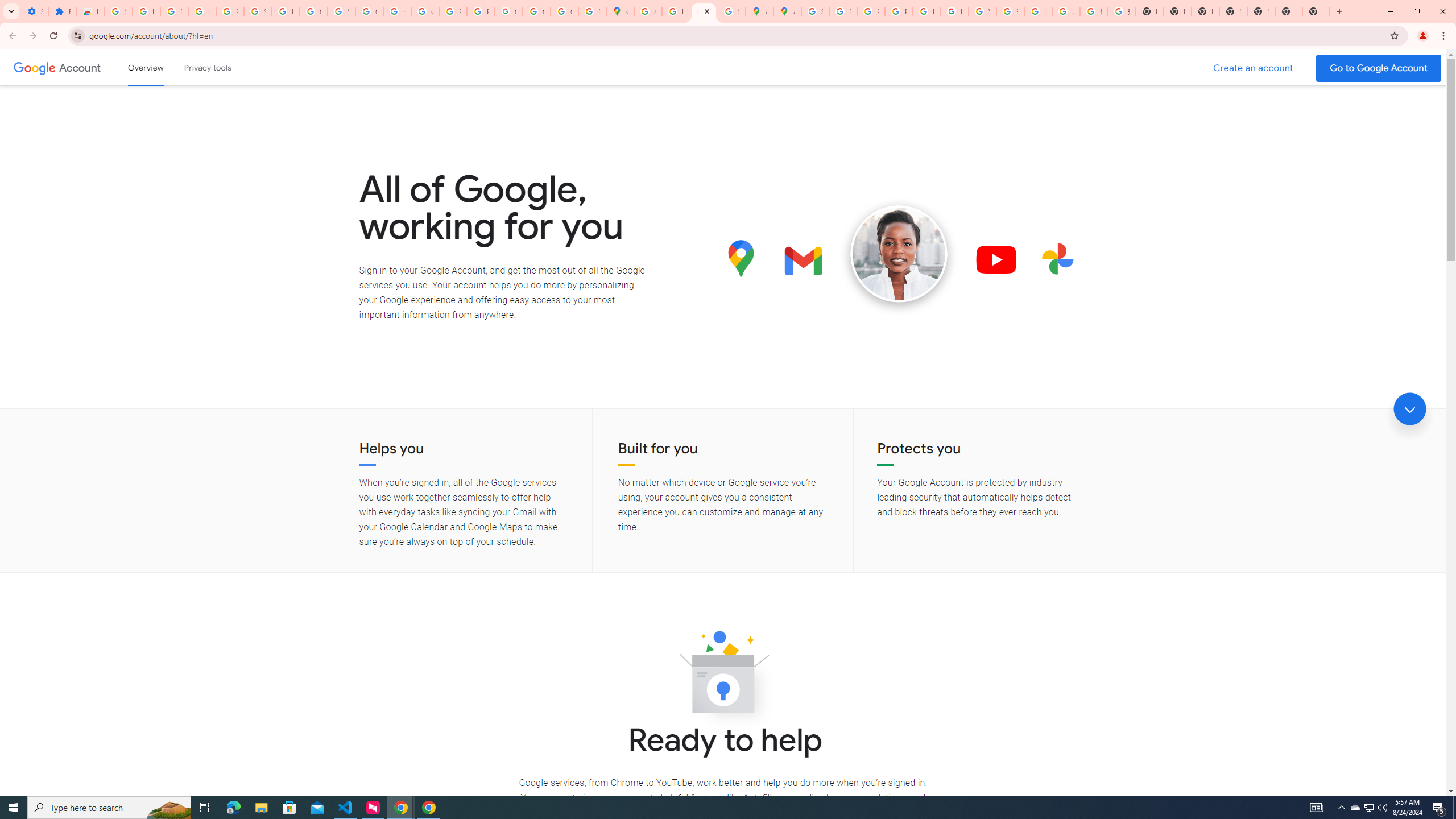  I want to click on 'Sign in - Google Accounts', so click(118, 11).